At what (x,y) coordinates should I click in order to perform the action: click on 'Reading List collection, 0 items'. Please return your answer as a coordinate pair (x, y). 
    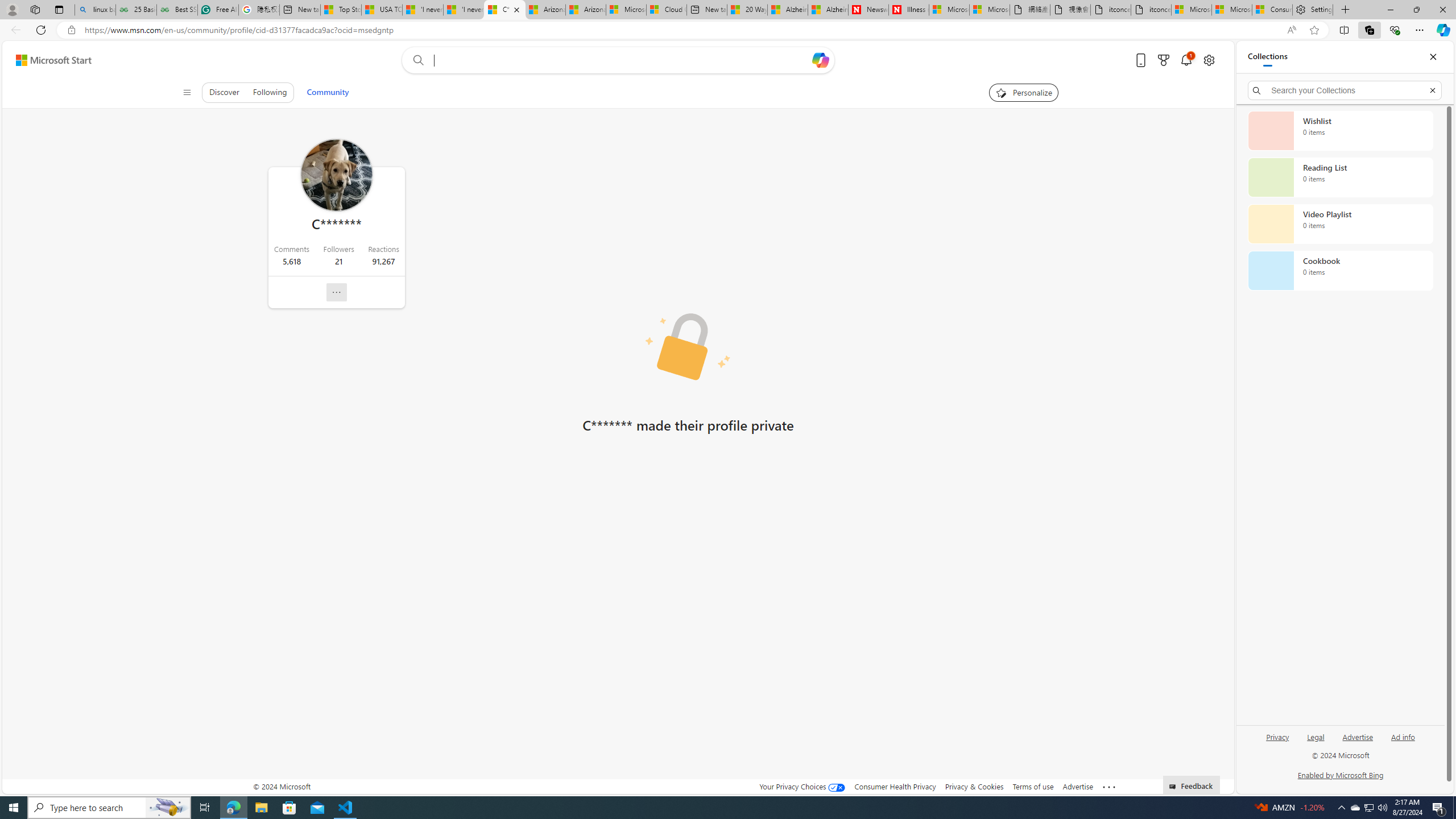
    Looking at the image, I should click on (1340, 176).